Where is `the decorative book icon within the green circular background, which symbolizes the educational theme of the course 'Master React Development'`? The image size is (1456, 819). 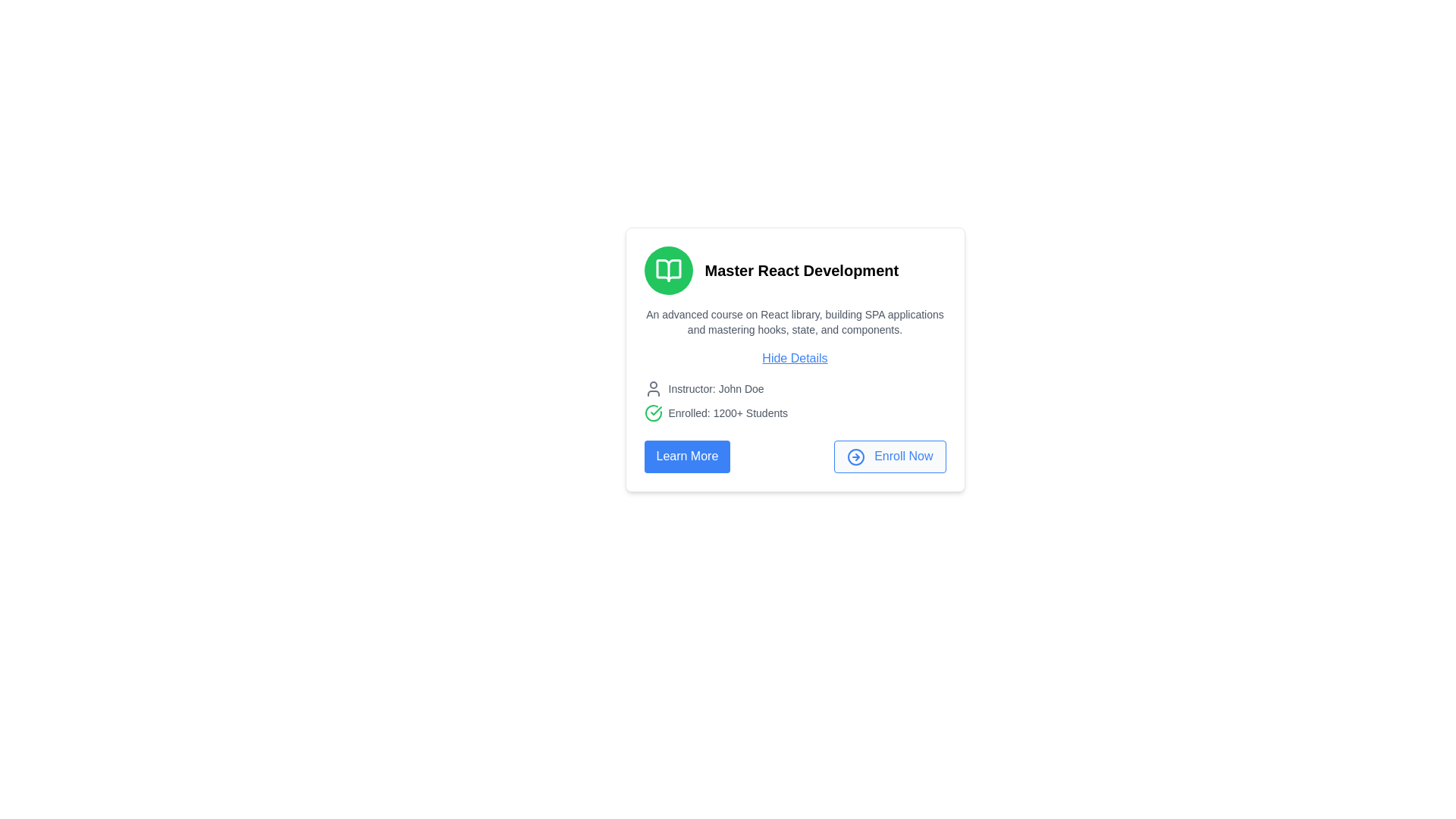
the decorative book icon within the green circular background, which symbolizes the educational theme of the course 'Master React Development' is located at coordinates (667, 270).